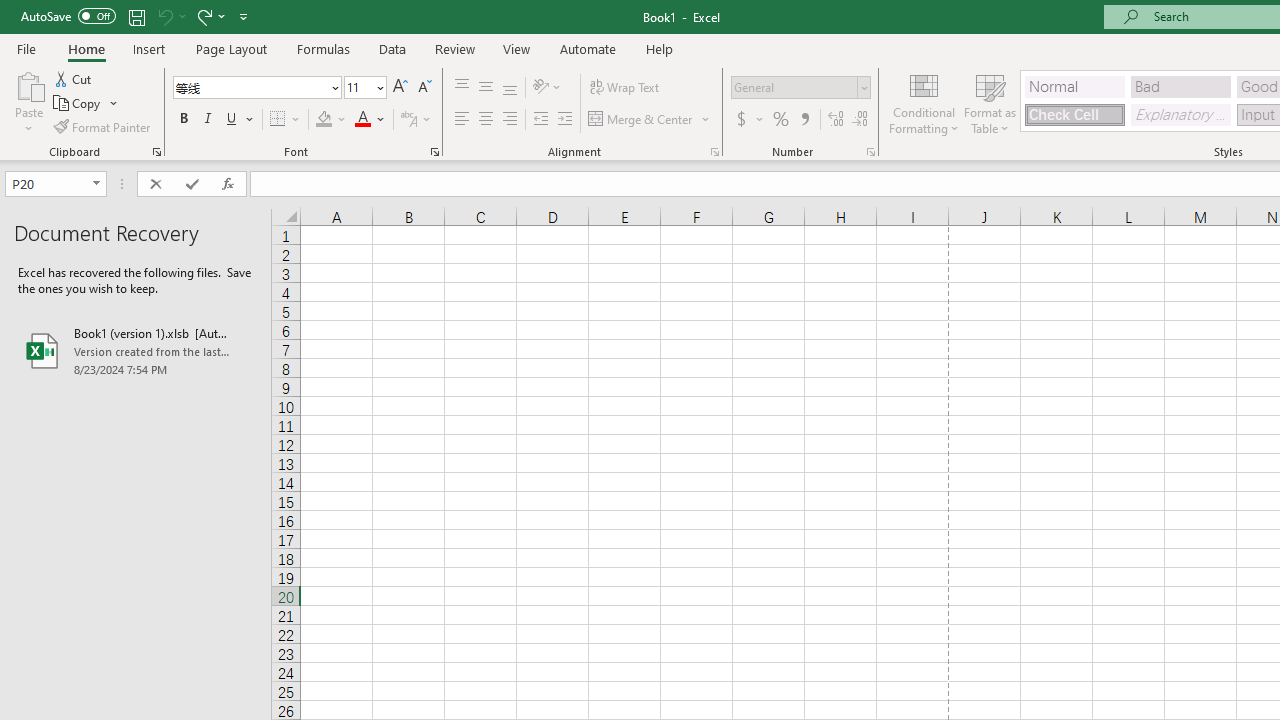 This screenshot has height=720, width=1280. What do you see at coordinates (990, 103) in the screenshot?
I see `'Format as Table'` at bounding box center [990, 103].